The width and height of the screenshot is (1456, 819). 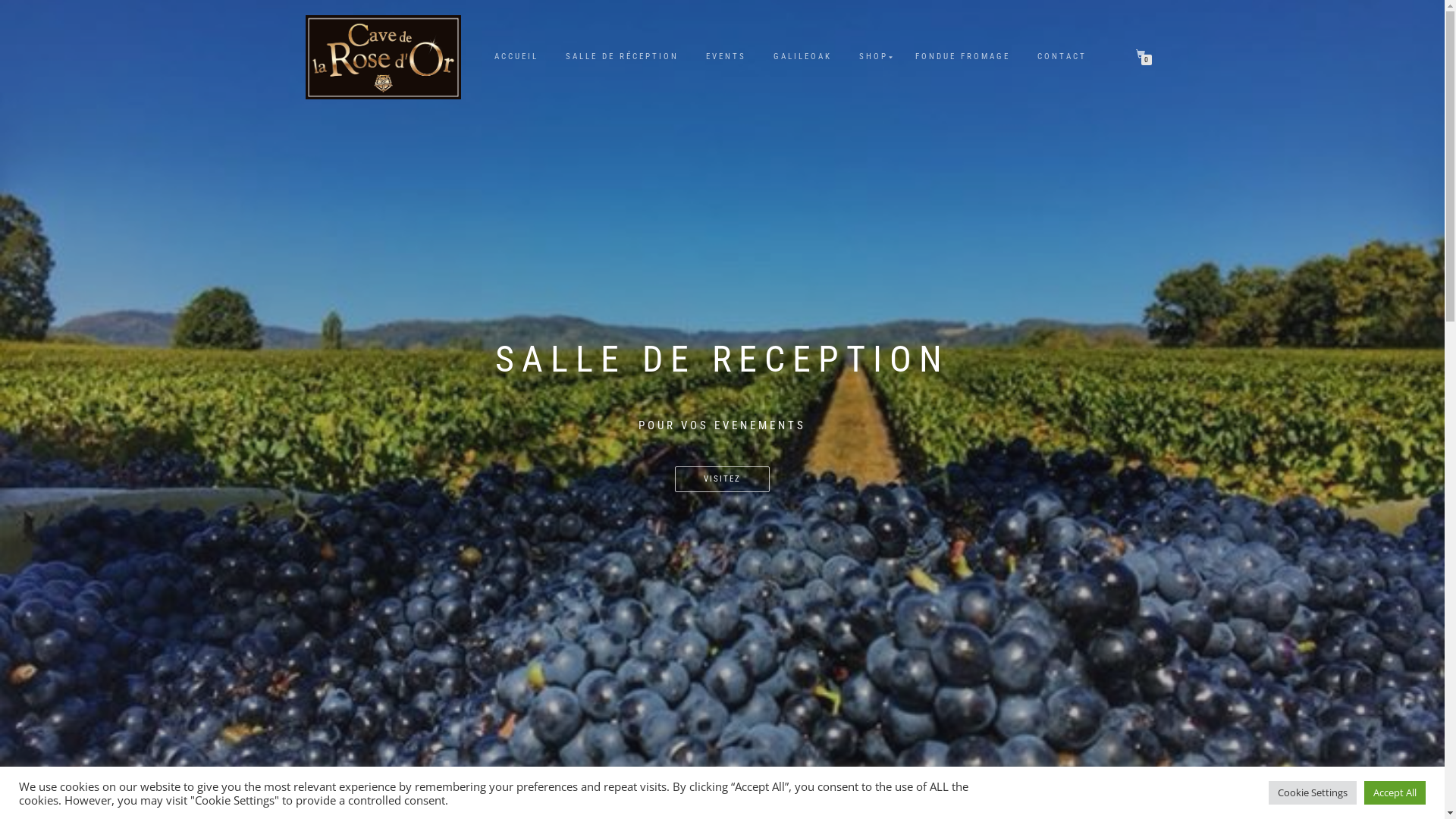 I want to click on 'EVENTS', so click(x=694, y=55).